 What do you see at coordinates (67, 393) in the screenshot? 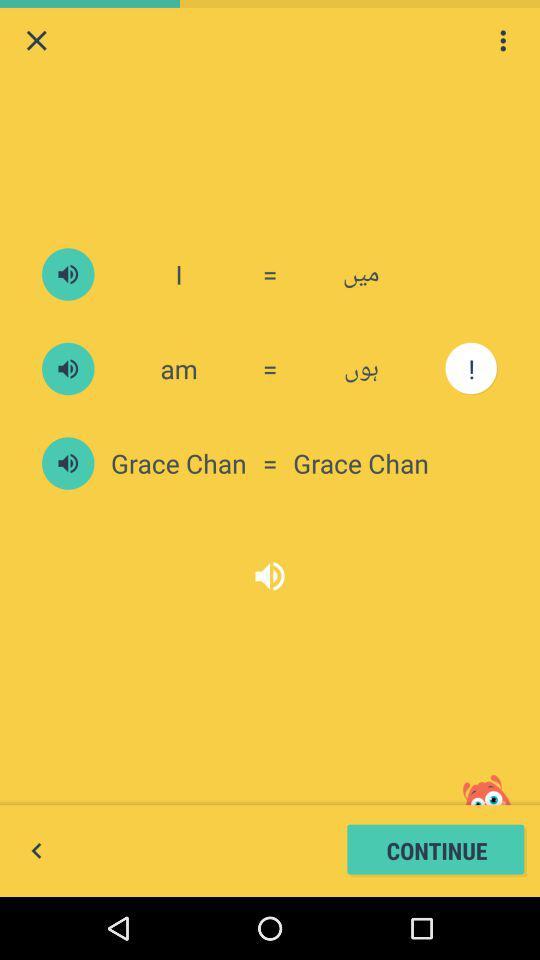
I see `the volume icon` at bounding box center [67, 393].